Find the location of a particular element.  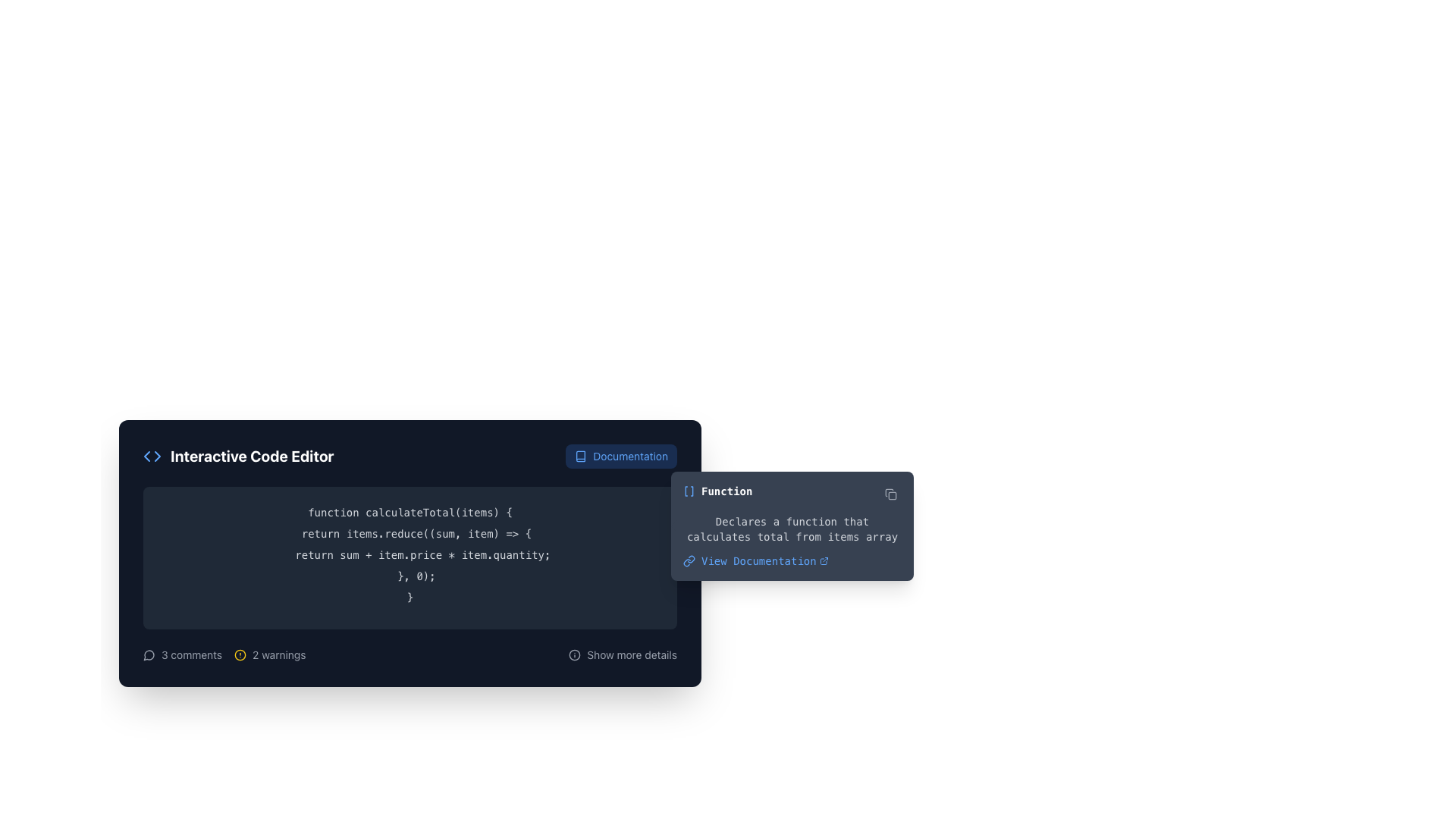

the SVG icon depicting a book, which is located within the 'Documentation' button on the right side of the interface is located at coordinates (580, 455).